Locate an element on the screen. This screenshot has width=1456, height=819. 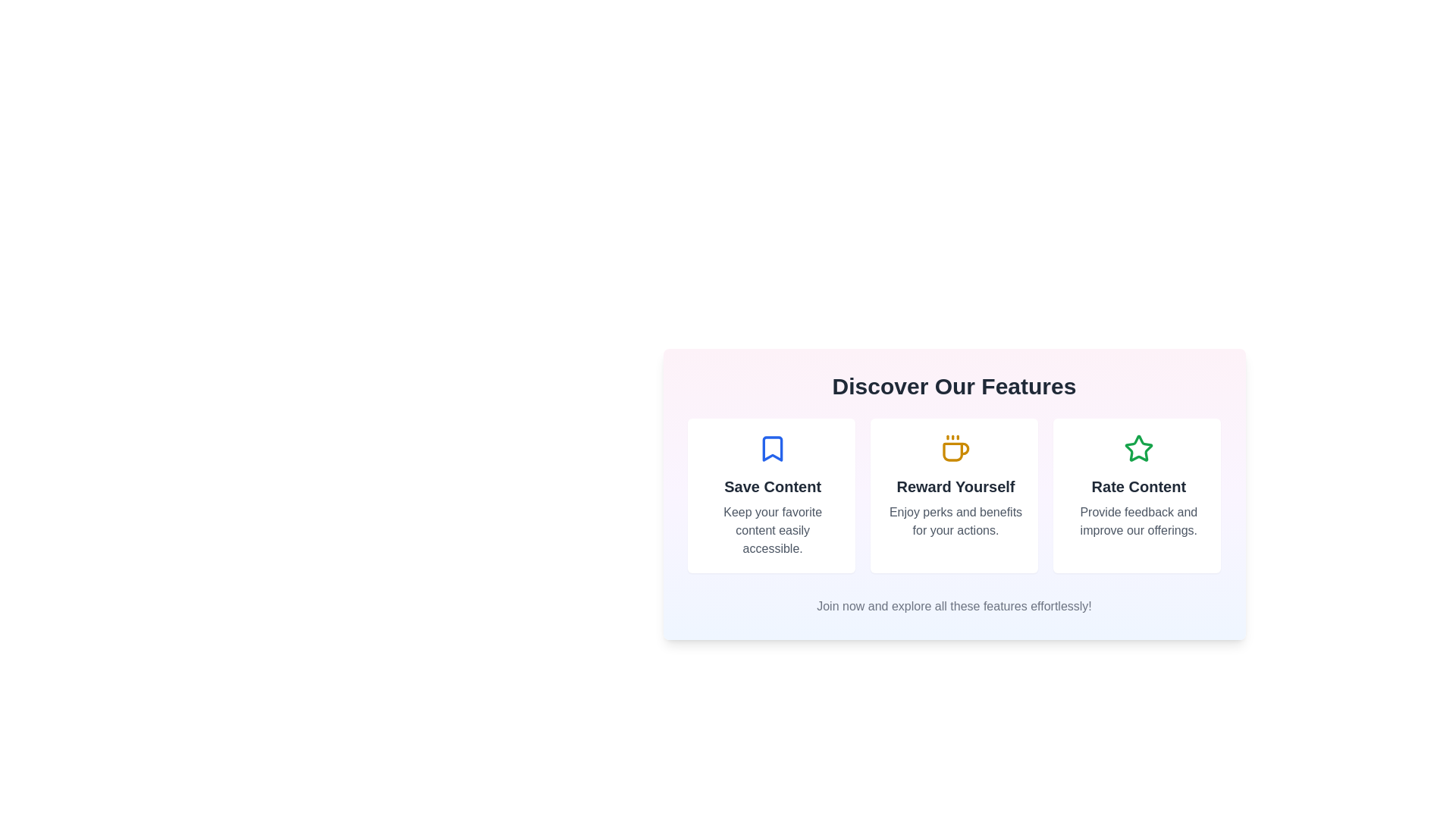
the descriptive text block reading 'Provide feedback and improve our offerings' located below the heading 'Rate Content' is located at coordinates (1138, 520).